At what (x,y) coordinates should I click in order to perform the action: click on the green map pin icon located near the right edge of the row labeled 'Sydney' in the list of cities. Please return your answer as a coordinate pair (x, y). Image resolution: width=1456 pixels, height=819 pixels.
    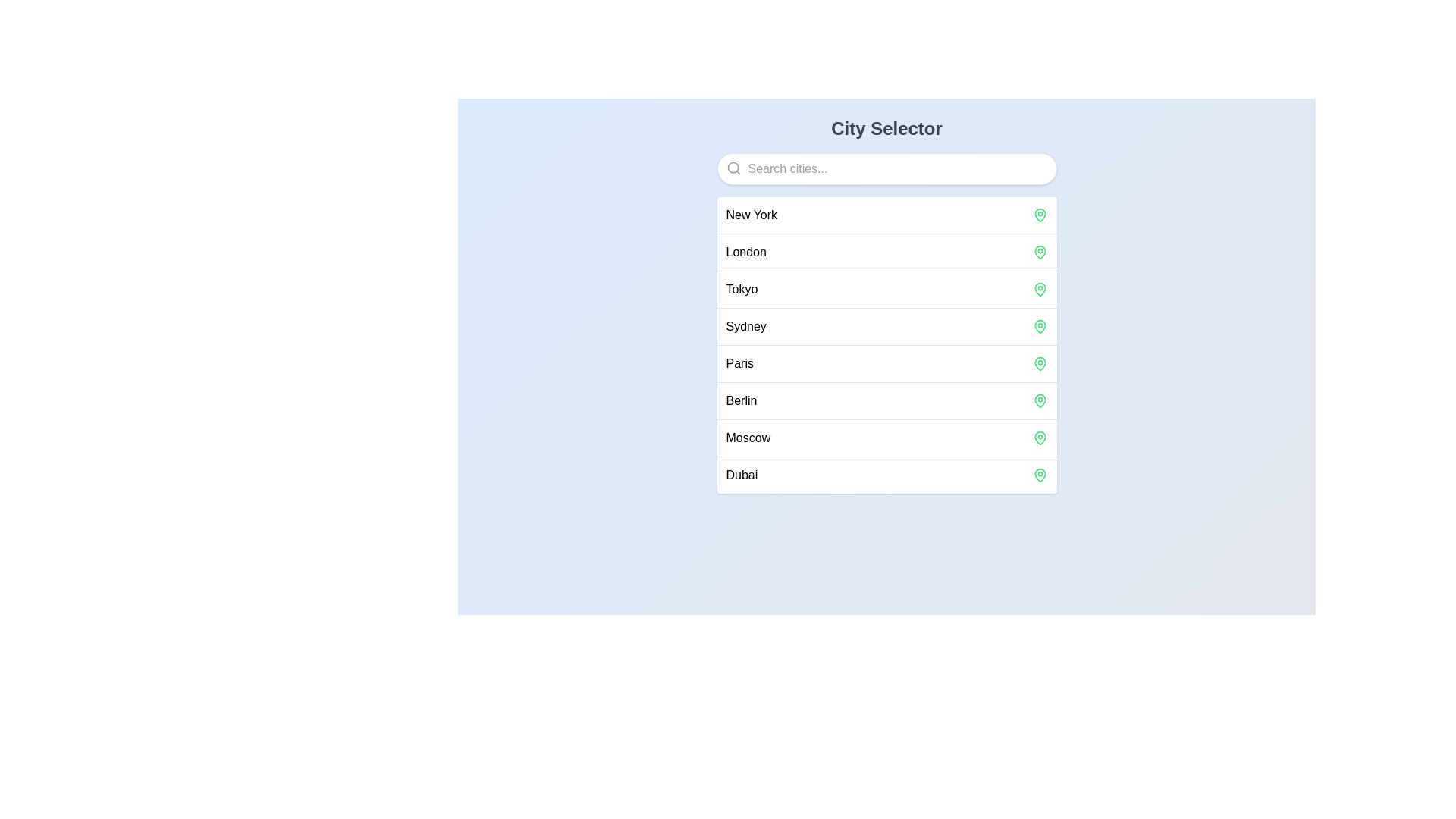
    Looking at the image, I should click on (1039, 326).